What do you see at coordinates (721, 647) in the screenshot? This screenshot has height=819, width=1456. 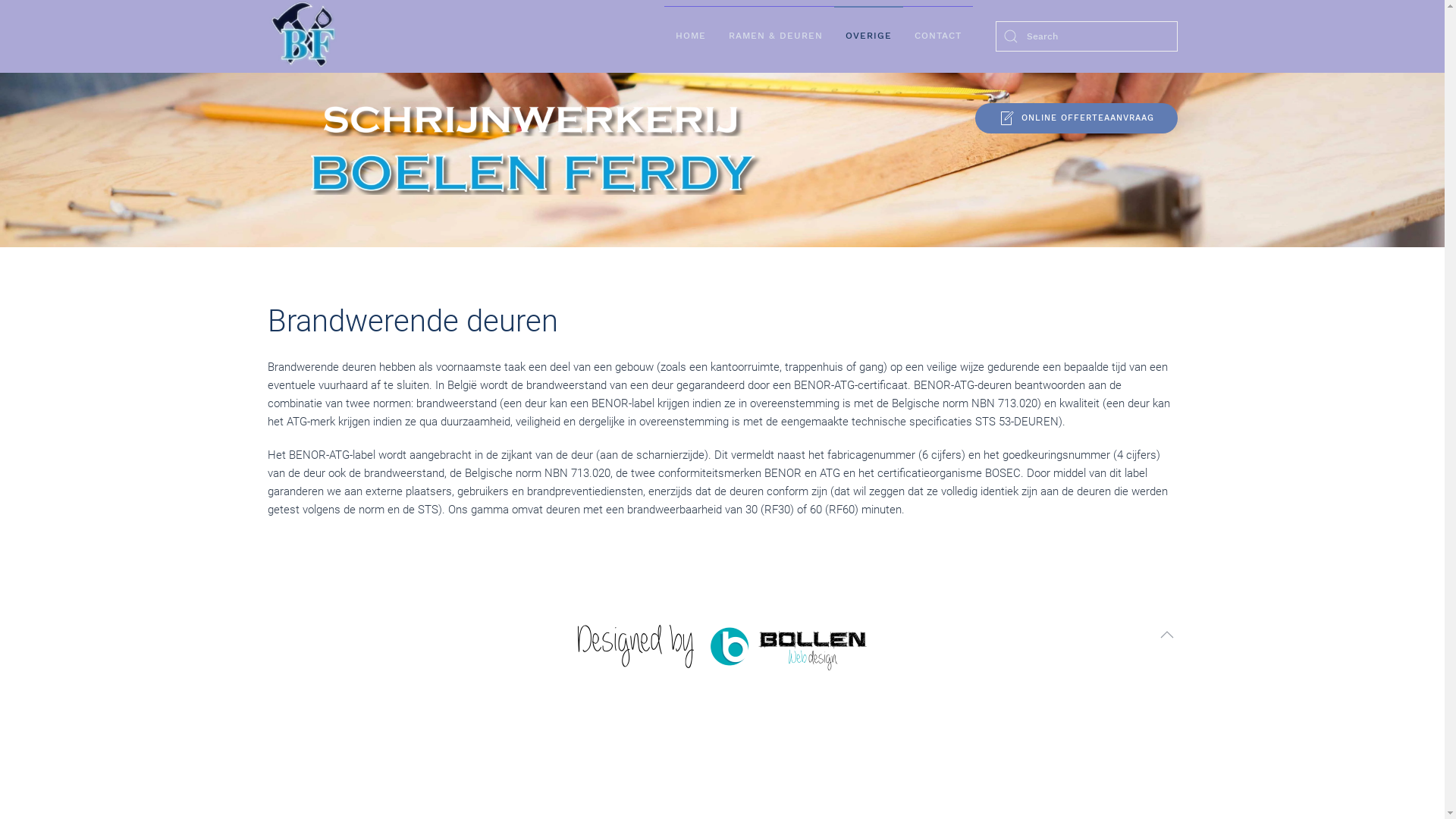 I see `'Bollen Webdesign'` at bounding box center [721, 647].